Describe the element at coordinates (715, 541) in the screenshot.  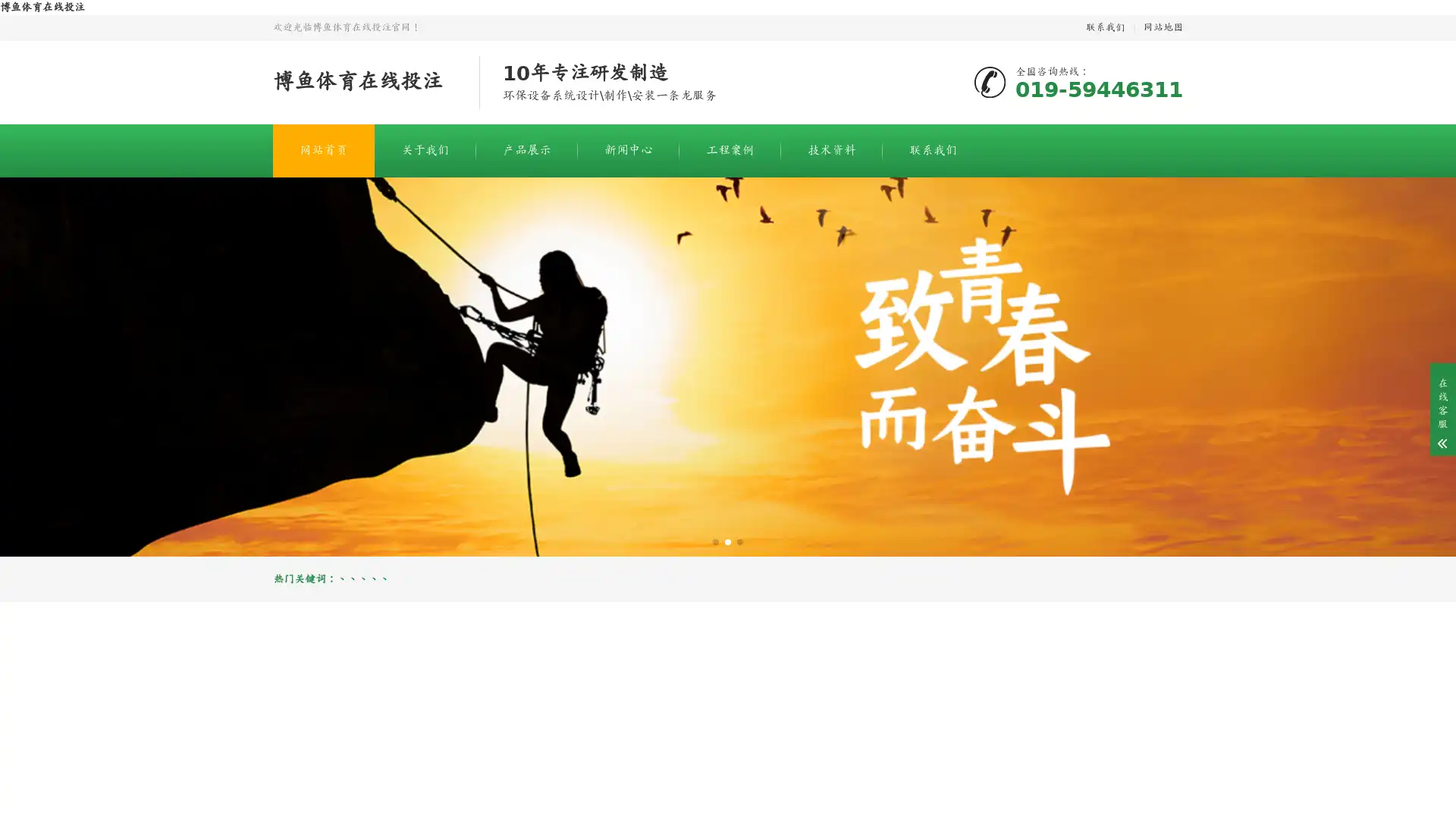
I see `Go to slide 1` at that location.